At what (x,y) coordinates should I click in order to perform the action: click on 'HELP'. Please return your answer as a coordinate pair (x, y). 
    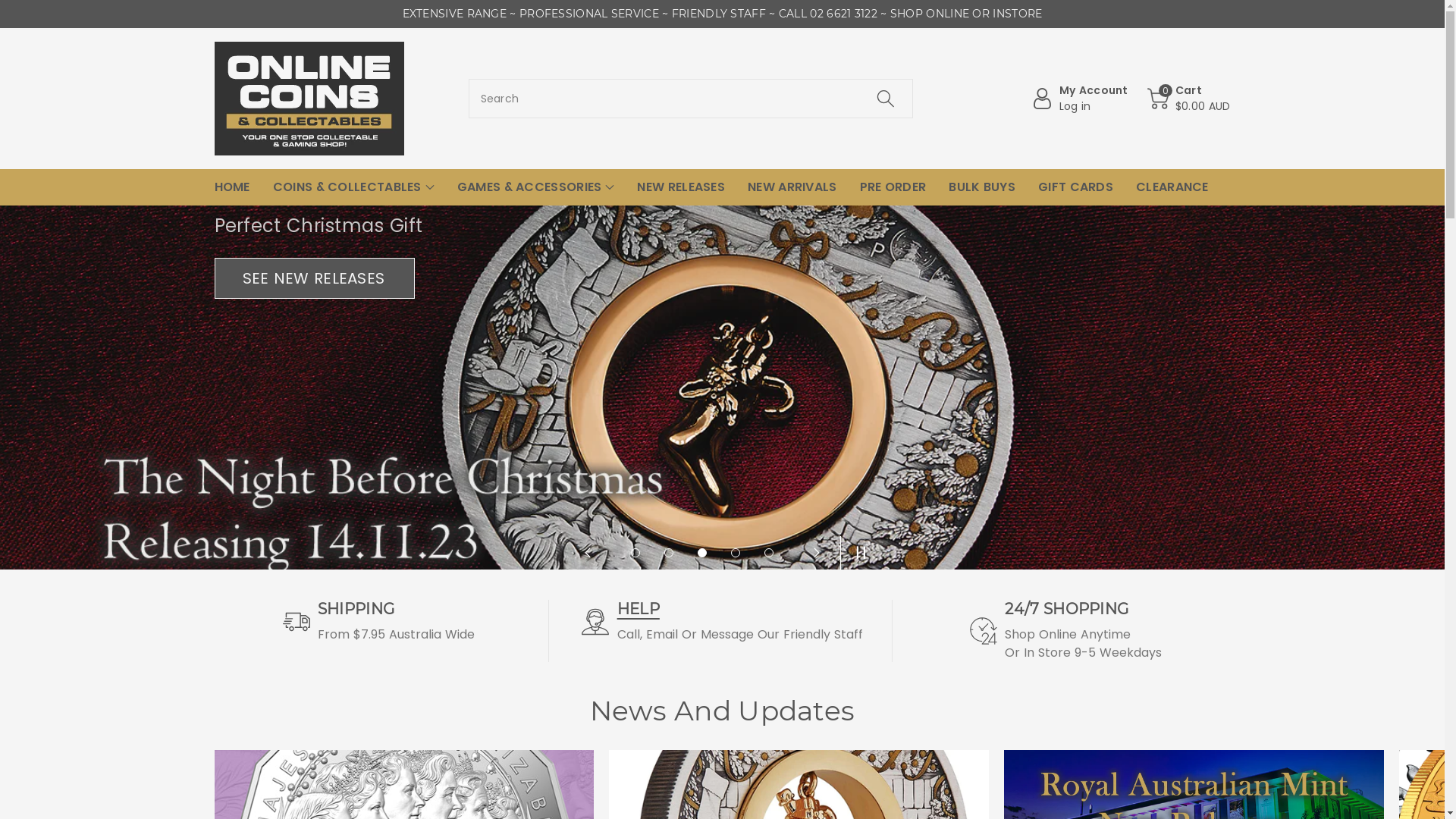
    Looking at the image, I should click on (617, 607).